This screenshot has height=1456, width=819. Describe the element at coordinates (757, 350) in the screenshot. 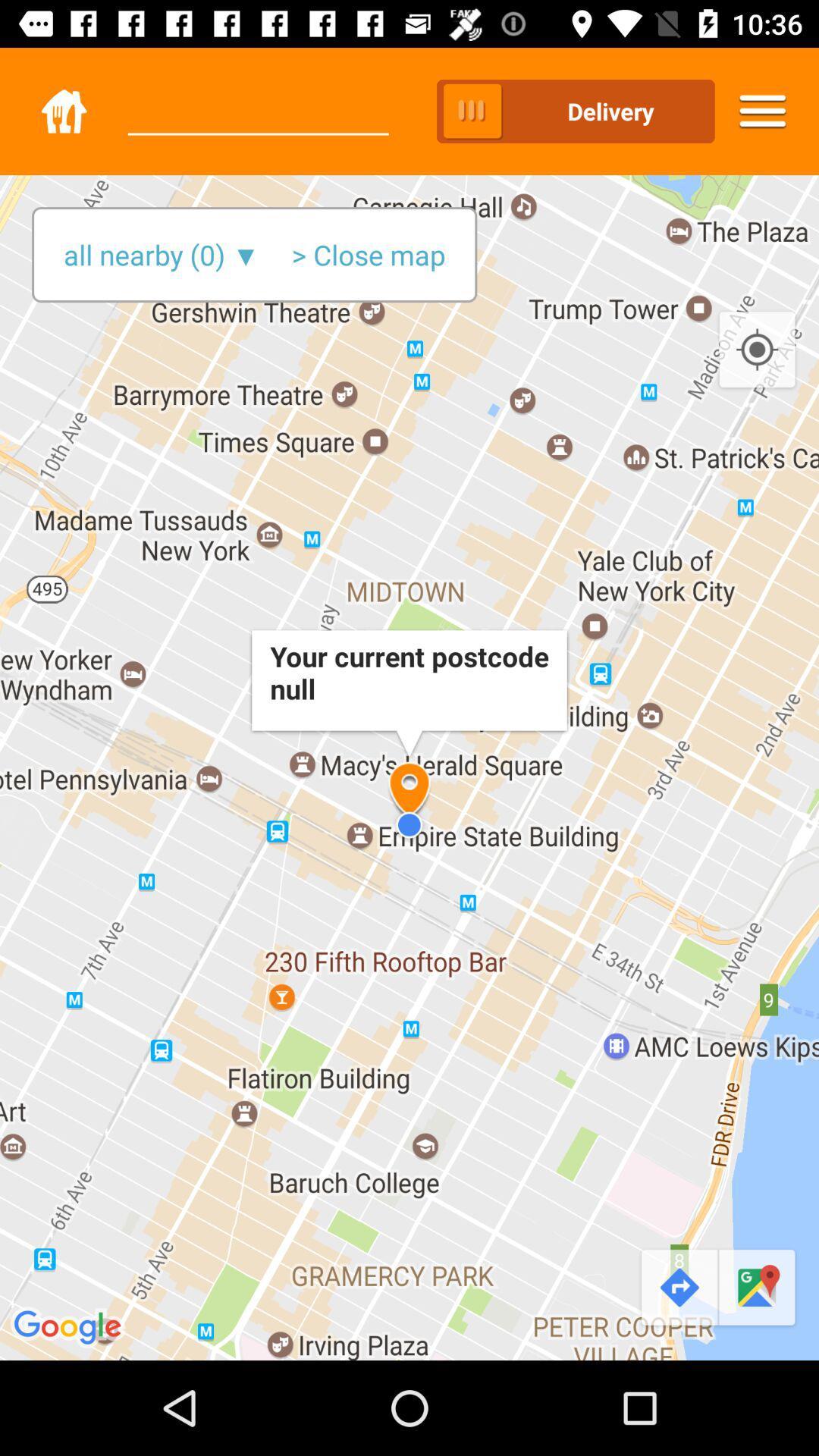

I see `the location_crosshair icon` at that location.